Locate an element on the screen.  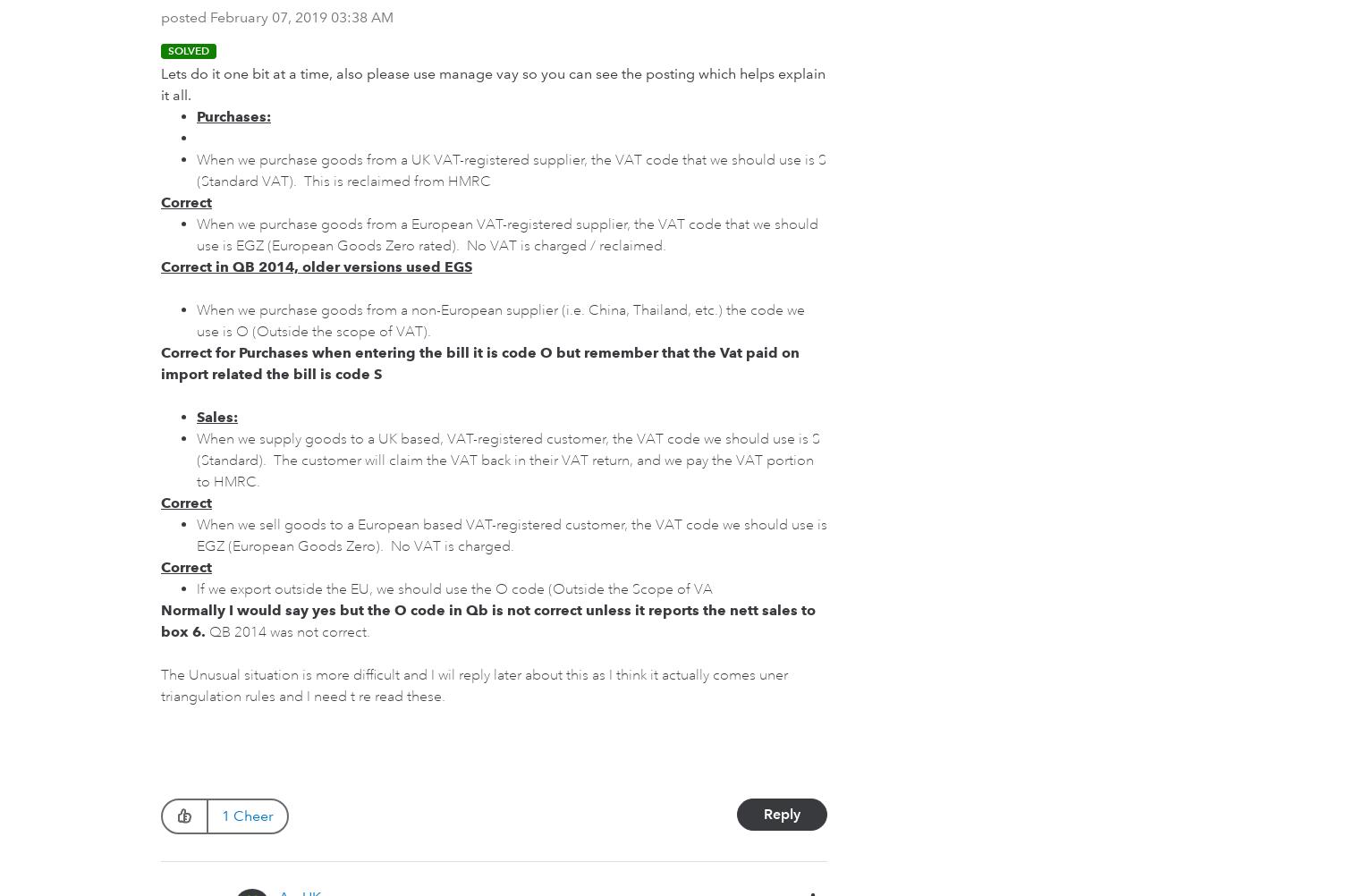
'The Unusual situation is more difficult and I wil reply later about this as I think it actually comes uner triangulation rules and I need t re read these.' is located at coordinates (473, 685).